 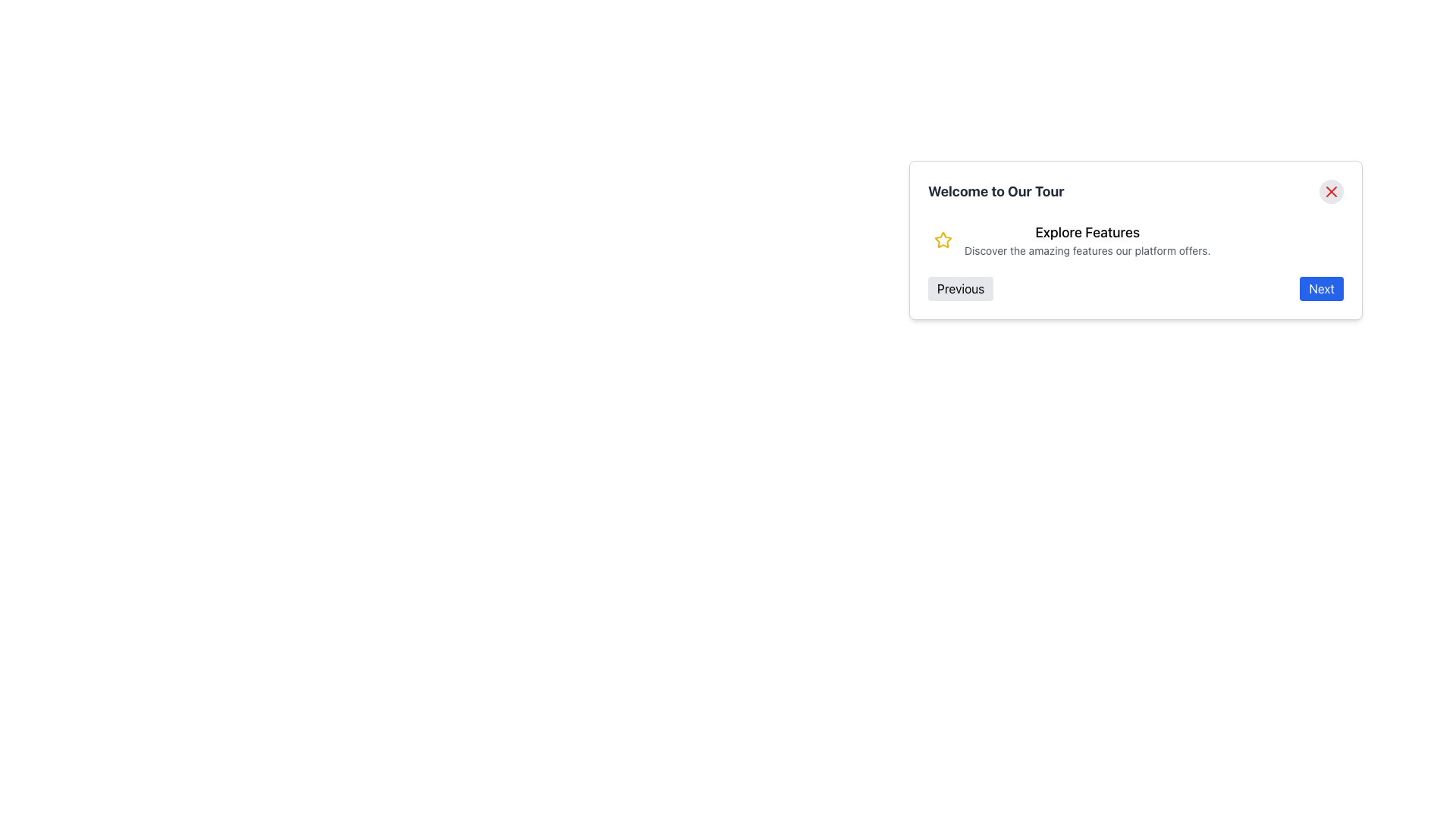 What do you see at coordinates (1087, 250) in the screenshot?
I see `the text label that reads 'Discover the amazing features our platform offers.', which is styled with a smaller font size and gray color, located directly underneath the bolded title 'Explore Features'` at bounding box center [1087, 250].